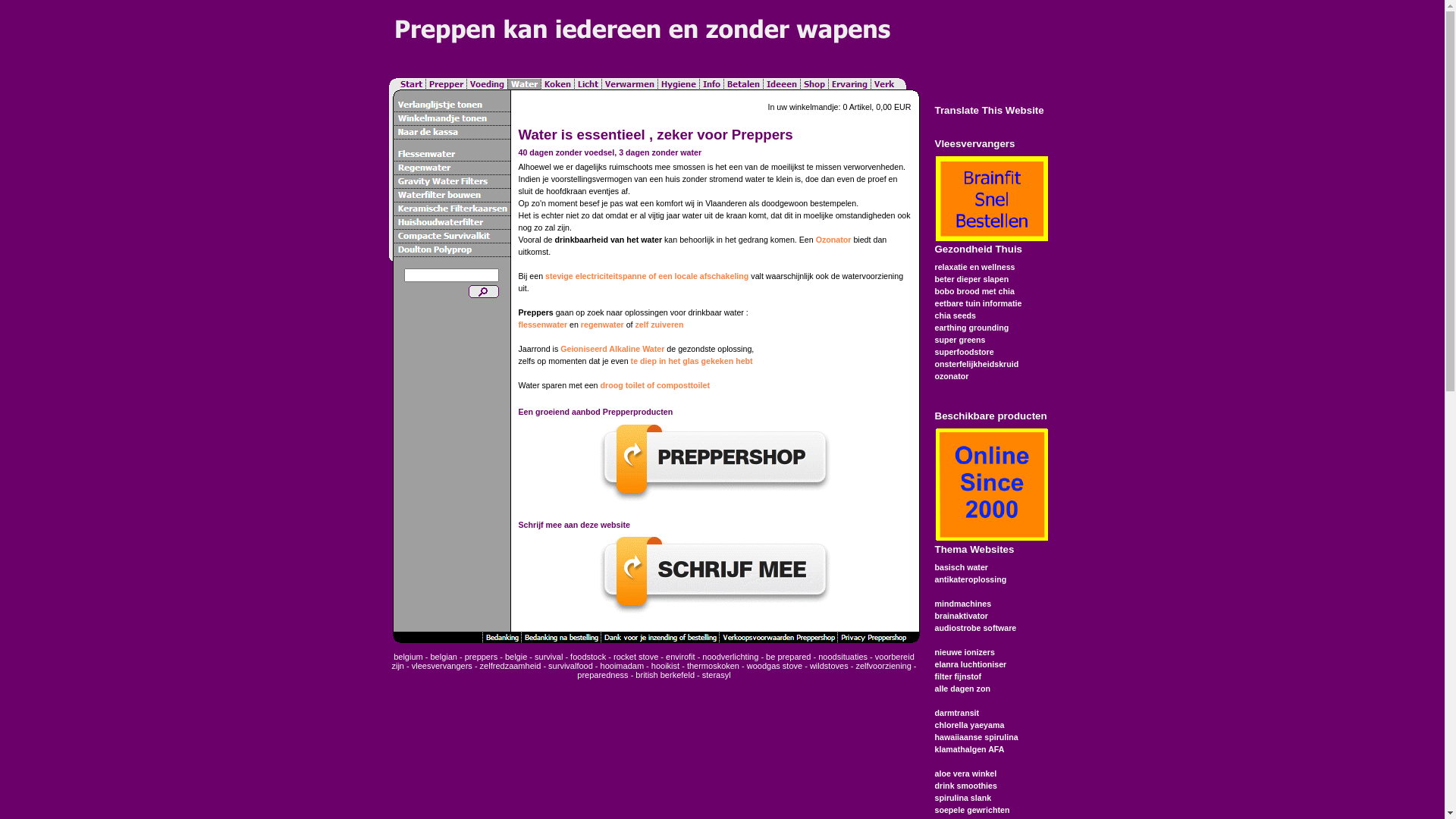 Image resolution: width=1456 pixels, height=819 pixels. I want to click on 'audiostrobe software', so click(975, 628).